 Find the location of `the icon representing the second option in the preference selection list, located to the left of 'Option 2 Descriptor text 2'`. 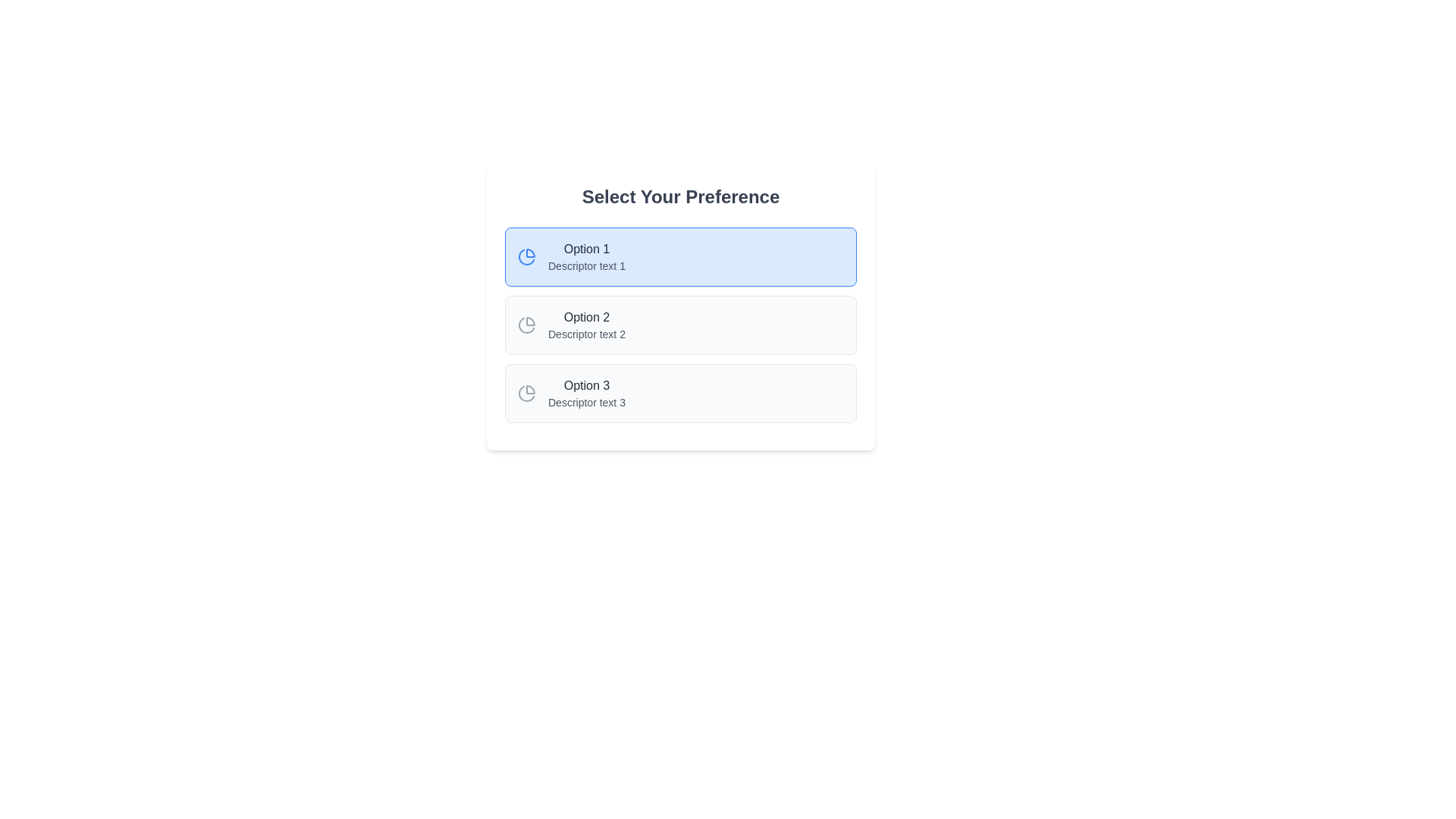

the icon representing the second option in the preference selection list, located to the left of 'Option 2 Descriptor text 2' is located at coordinates (527, 324).